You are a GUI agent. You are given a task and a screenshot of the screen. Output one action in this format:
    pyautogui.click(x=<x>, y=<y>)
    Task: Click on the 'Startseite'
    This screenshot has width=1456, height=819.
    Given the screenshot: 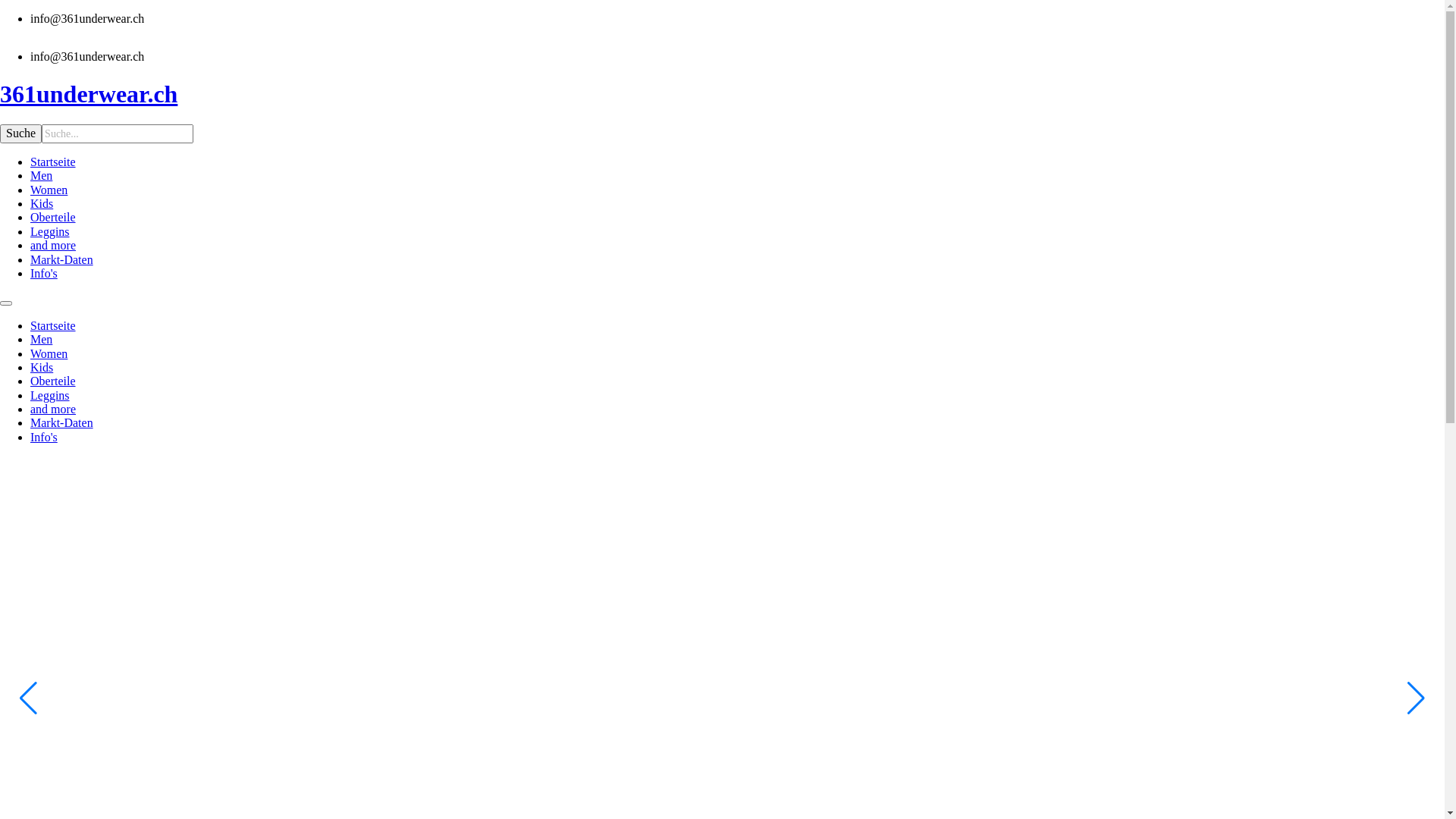 What is the action you would take?
    pyautogui.click(x=53, y=325)
    